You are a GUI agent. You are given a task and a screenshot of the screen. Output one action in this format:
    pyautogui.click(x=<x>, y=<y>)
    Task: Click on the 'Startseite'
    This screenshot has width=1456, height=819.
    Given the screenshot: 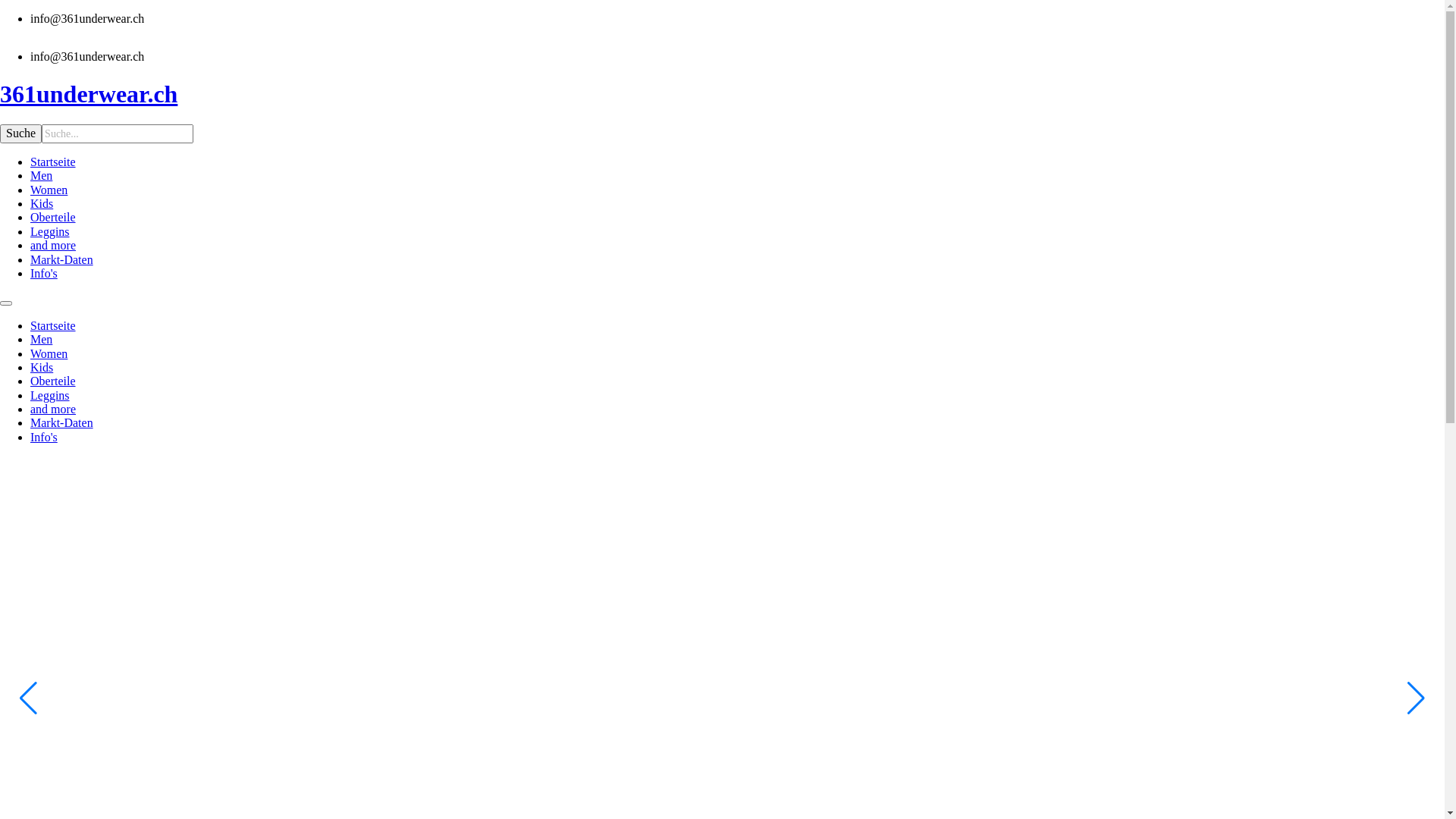 What is the action you would take?
    pyautogui.click(x=53, y=325)
    